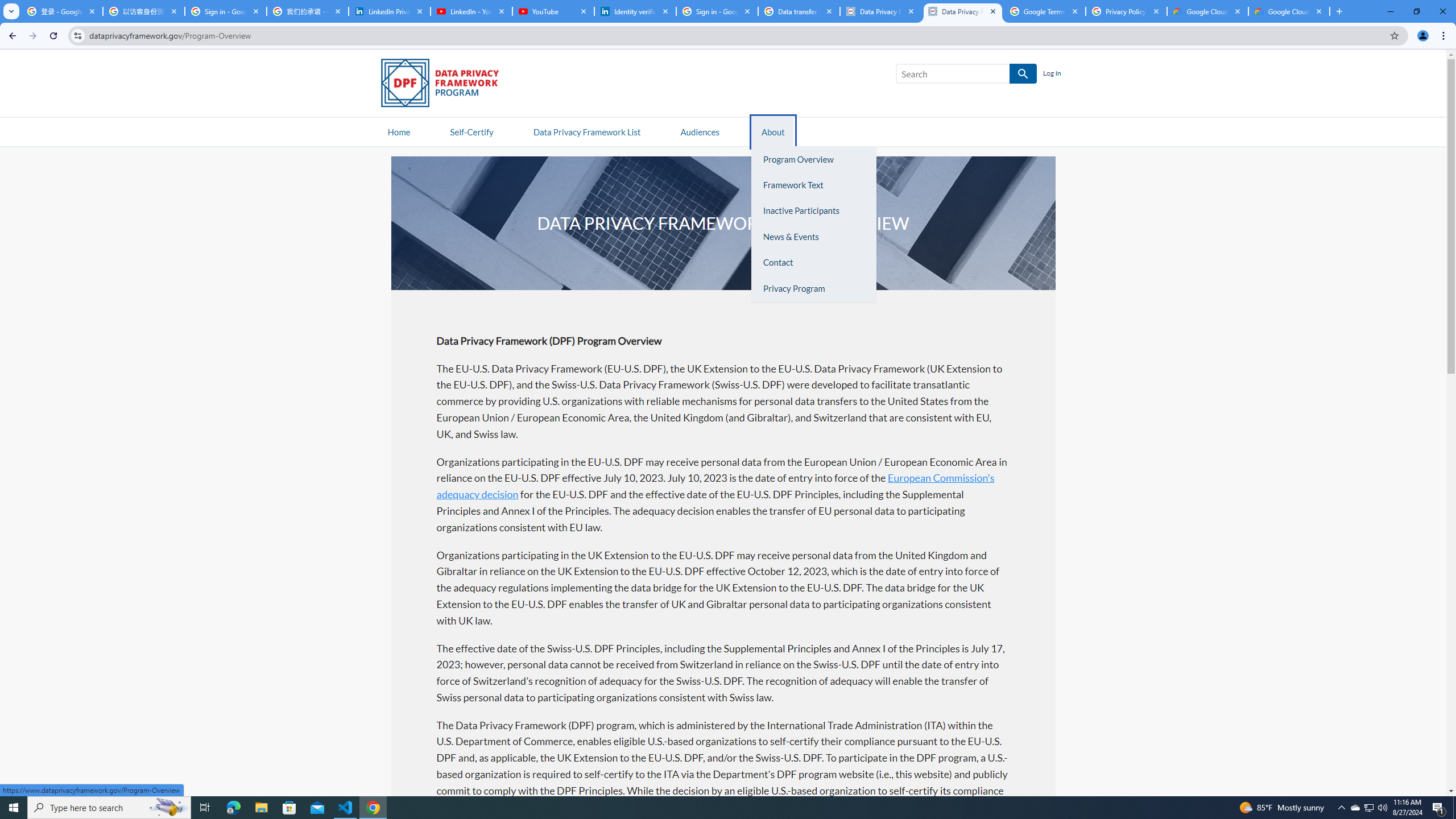 Image resolution: width=1456 pixels, height=819 pixels. I want to click on 'Framework Text', so click(813, 185).